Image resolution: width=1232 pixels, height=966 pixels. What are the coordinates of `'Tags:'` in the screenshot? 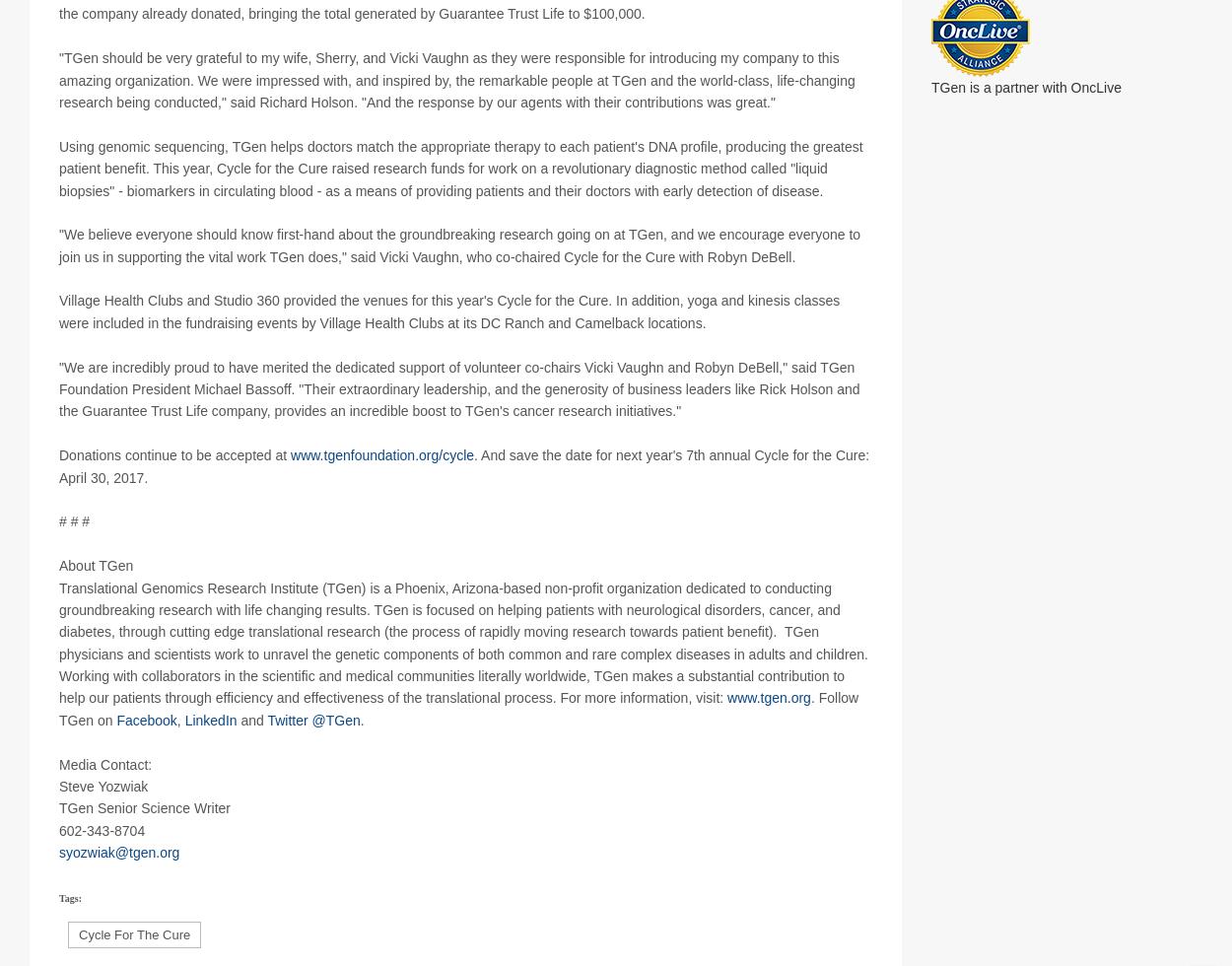 It's located at (59, 921).